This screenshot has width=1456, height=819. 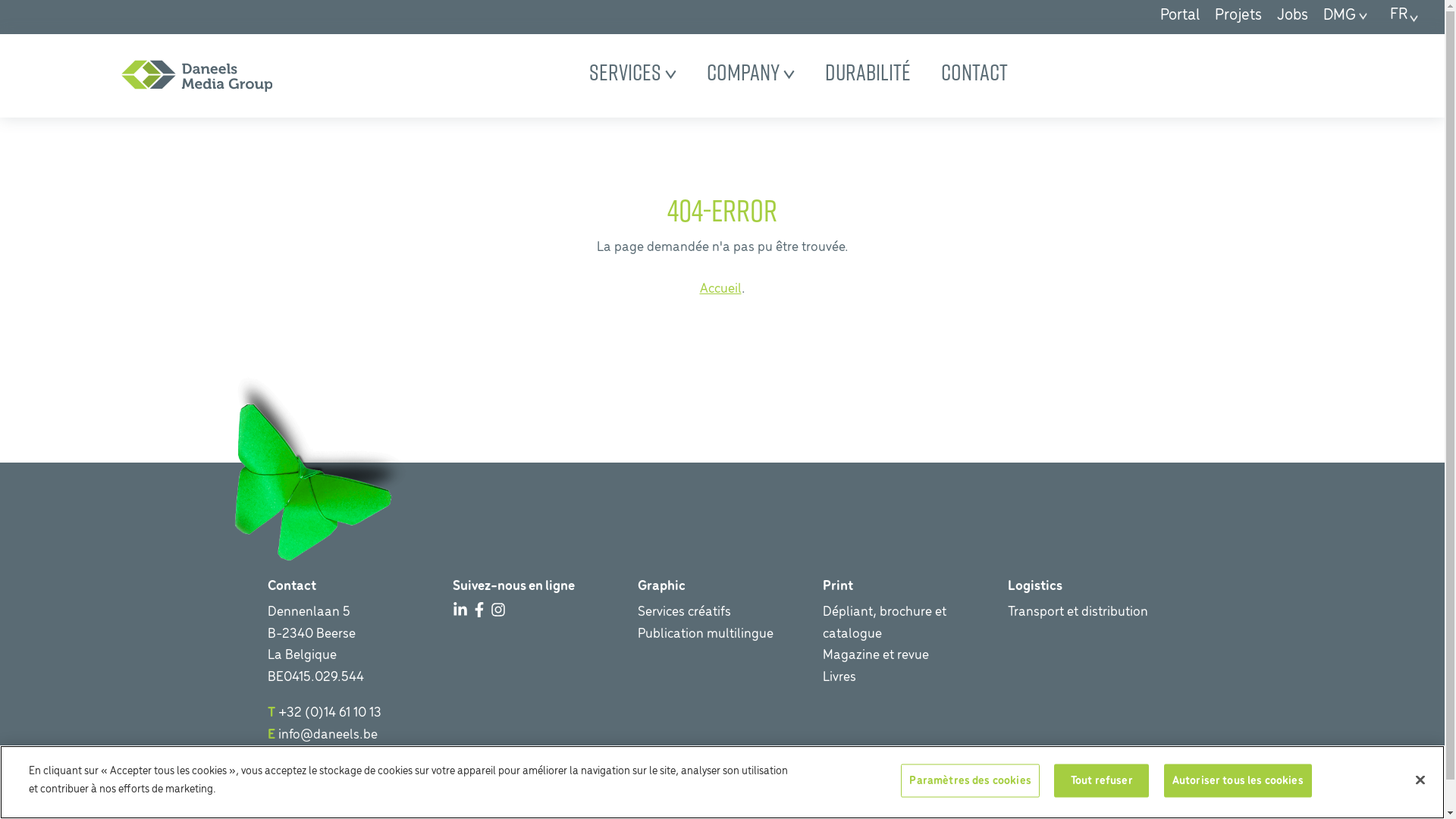 I want to click on 'Accueil', so click(x=719, y=289).